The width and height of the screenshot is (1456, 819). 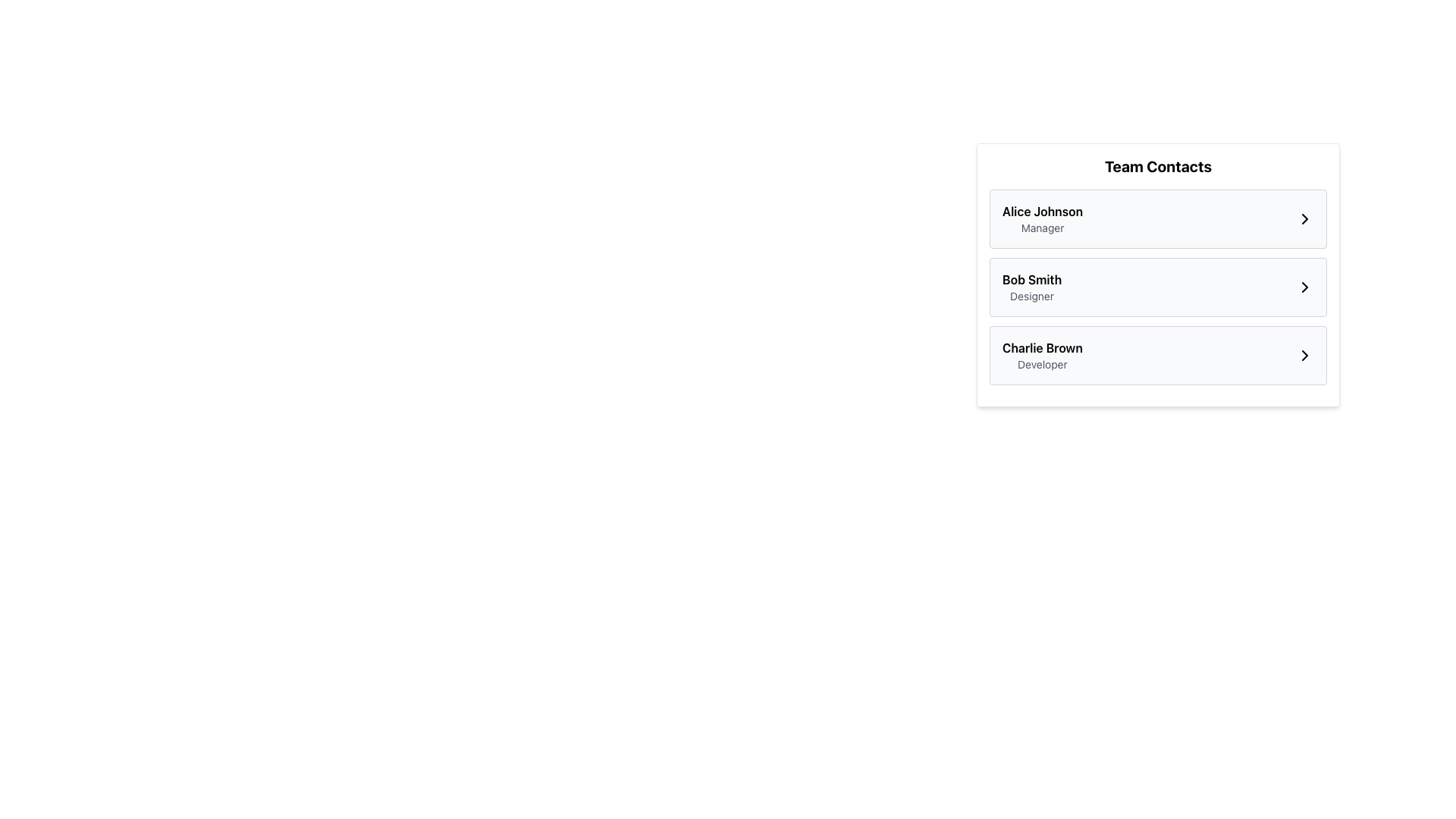 I want to click on the second list item in the 'Team Contacts' card, which displays 'Bob Smith' and 'Designer', so click(x=1157, y=287).